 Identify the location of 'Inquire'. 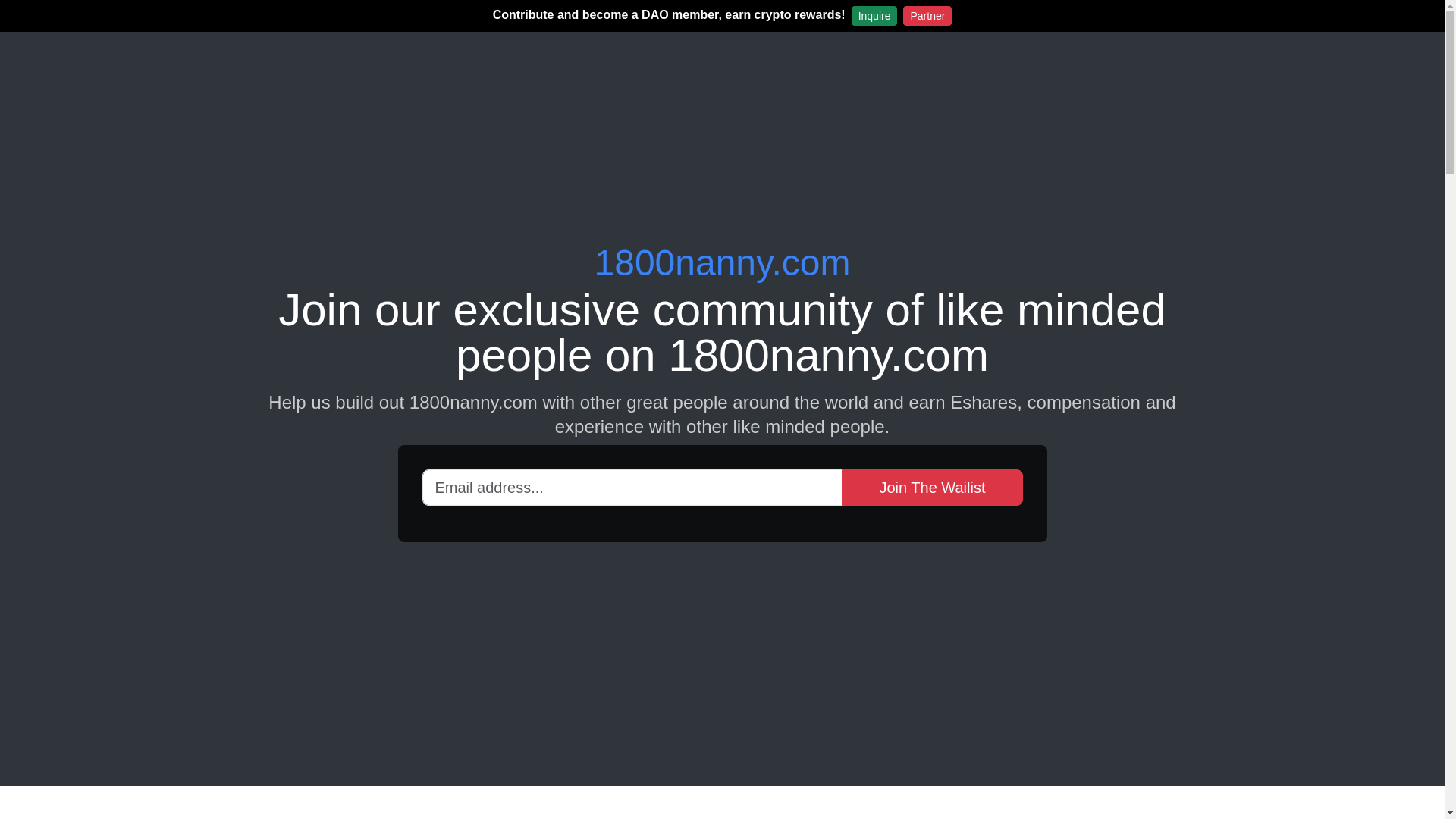
(874, 15).